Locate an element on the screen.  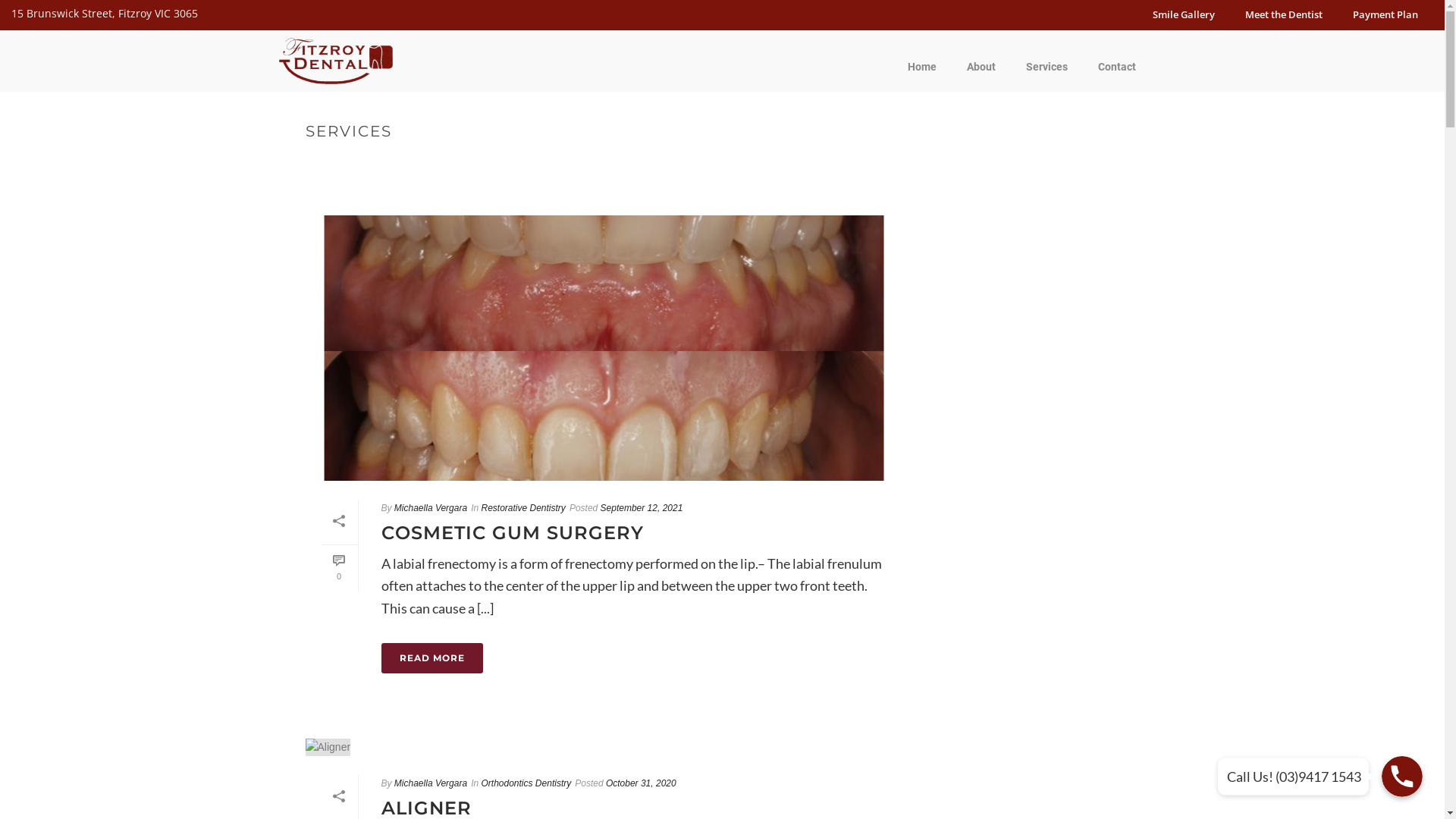
'Orthodontics Dentistry' is located at coordinates (526, 783).